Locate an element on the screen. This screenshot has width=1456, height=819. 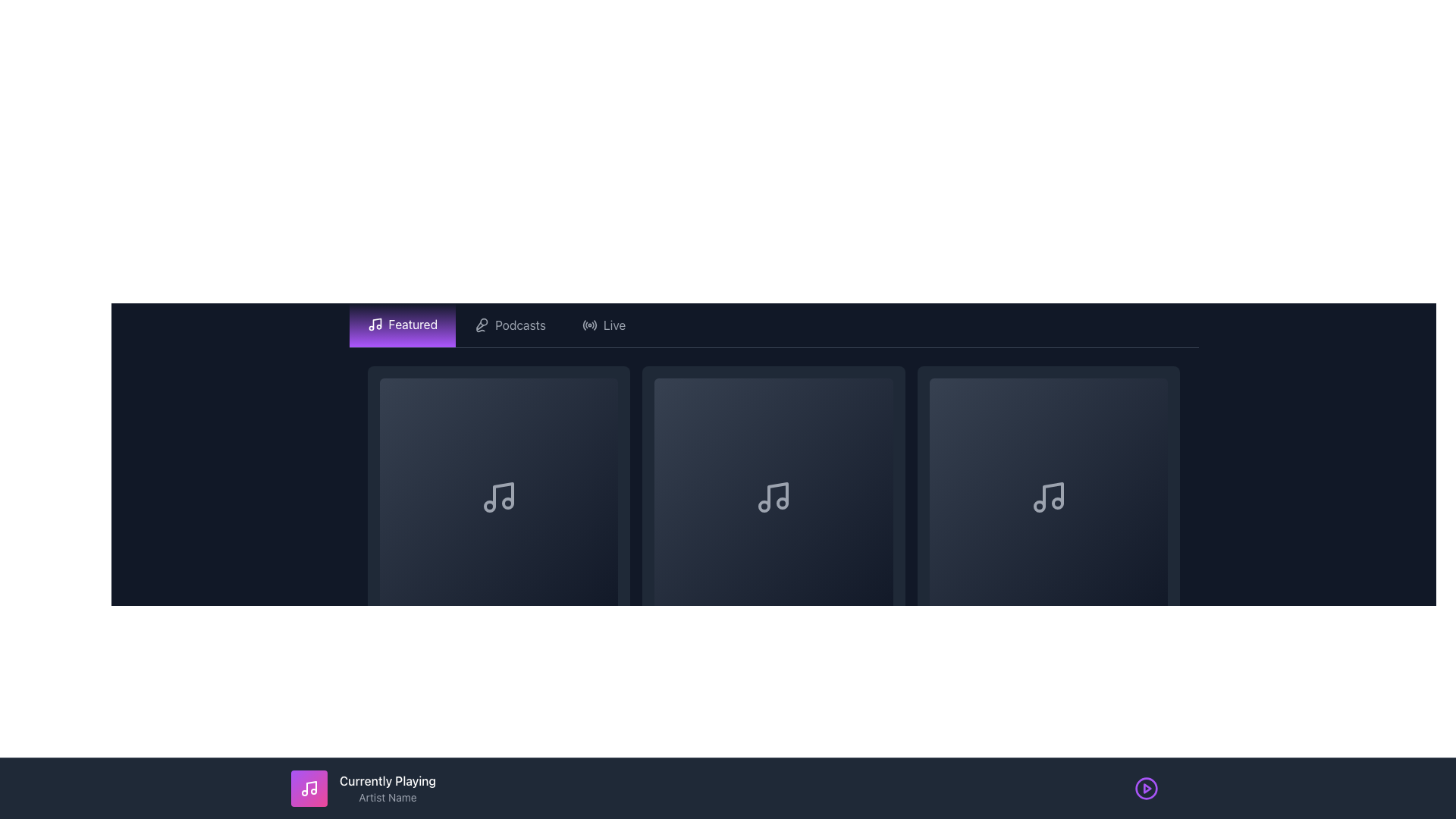
the 'Live' button, which is the third clickable option in the horizontal navigation bar is located at coordinates (603, 324).